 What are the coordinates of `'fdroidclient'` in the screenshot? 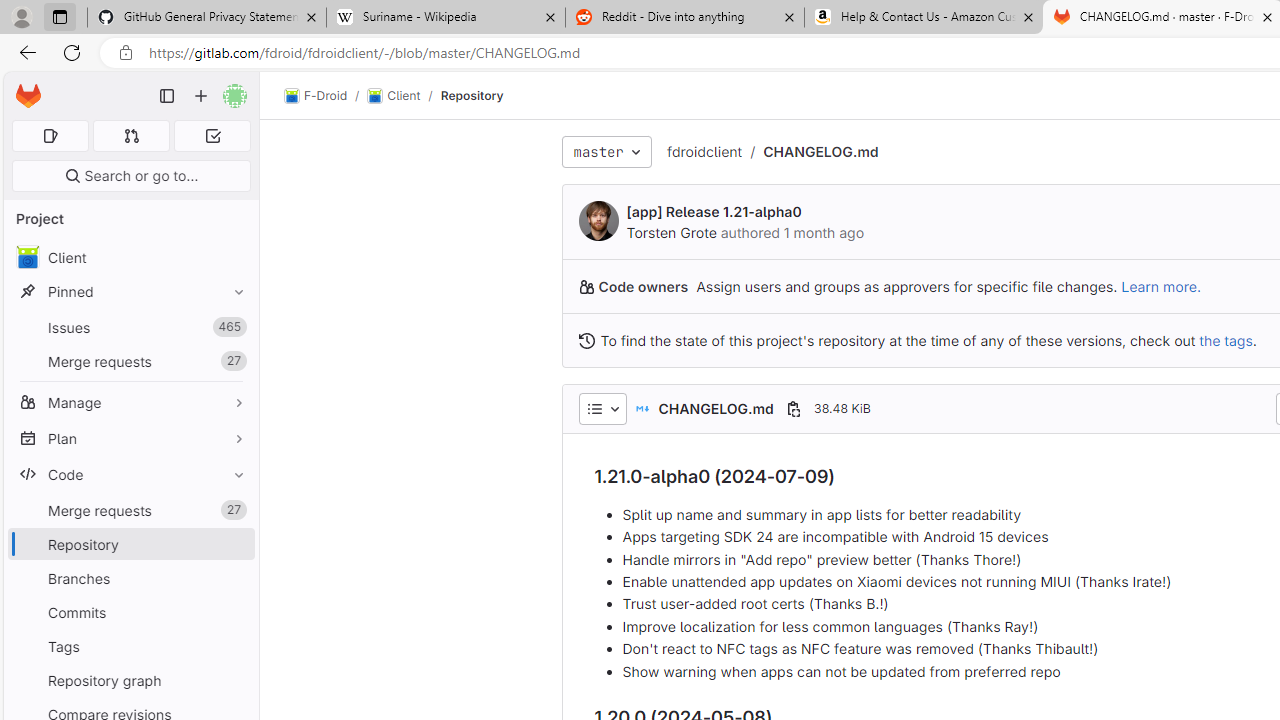 It's located at (704, 150).